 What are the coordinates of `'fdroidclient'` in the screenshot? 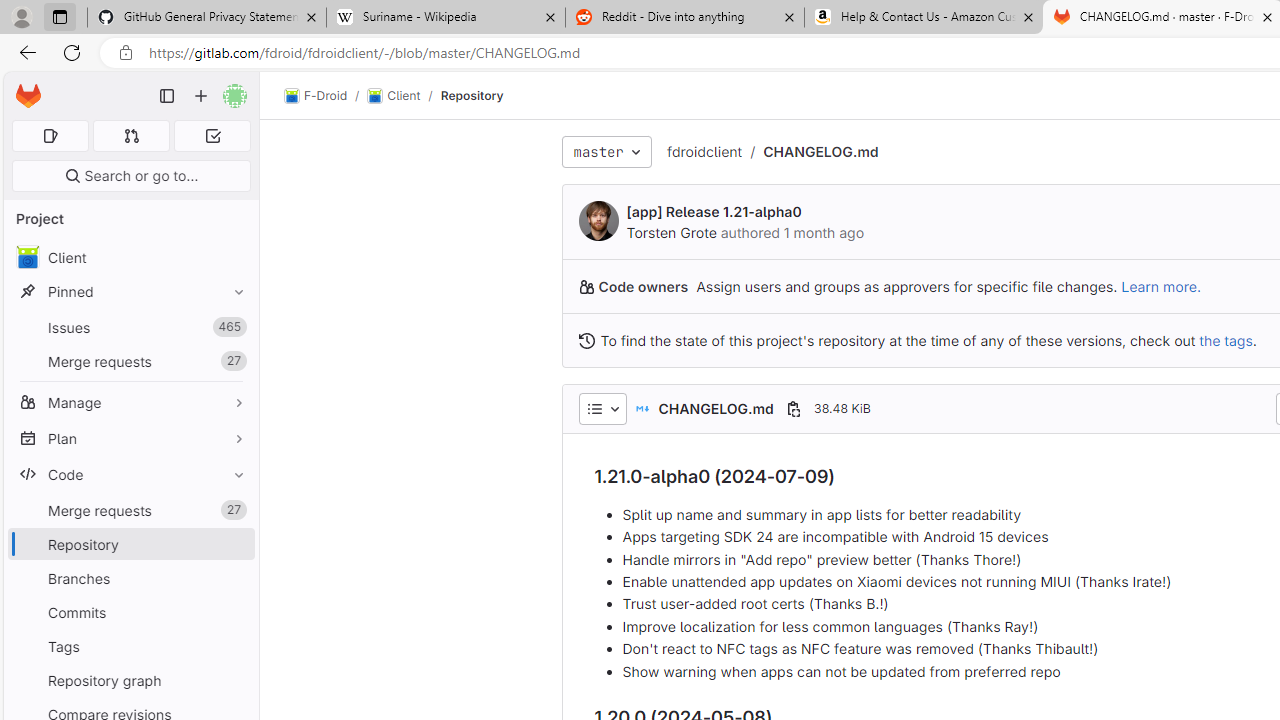 It's located at (704, 150).